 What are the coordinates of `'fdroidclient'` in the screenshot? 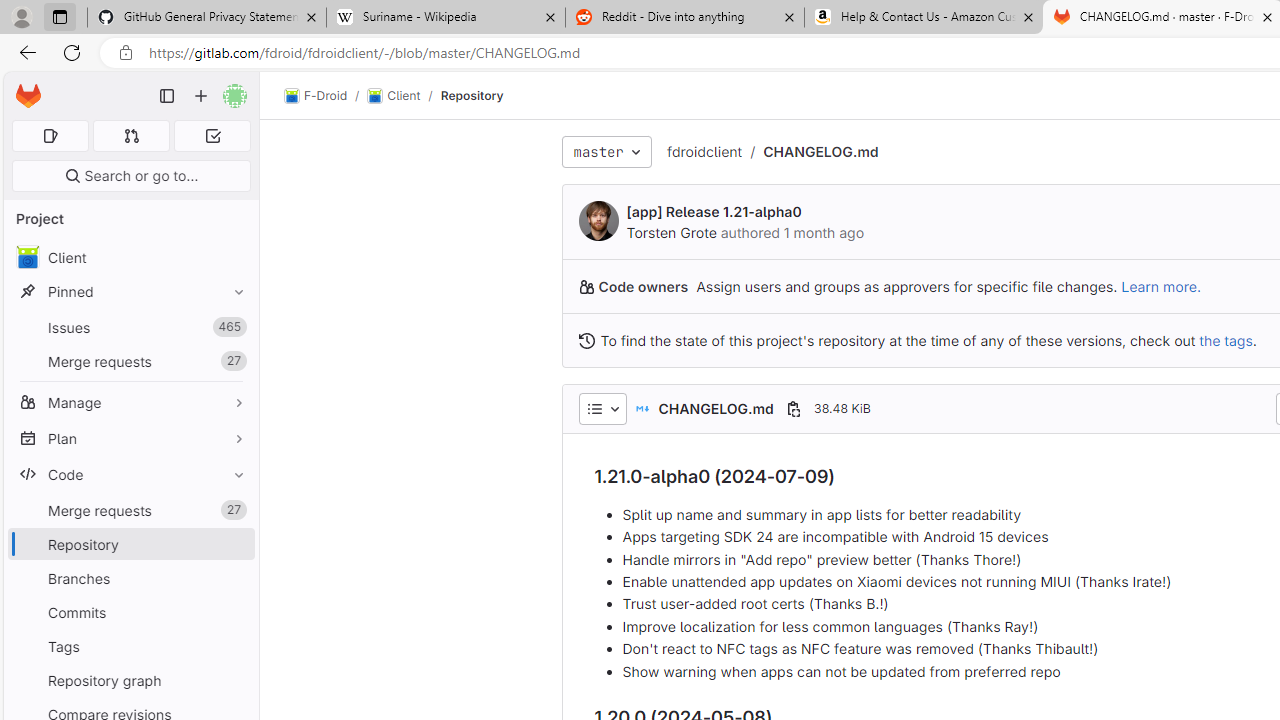 It's located at (704, 150).